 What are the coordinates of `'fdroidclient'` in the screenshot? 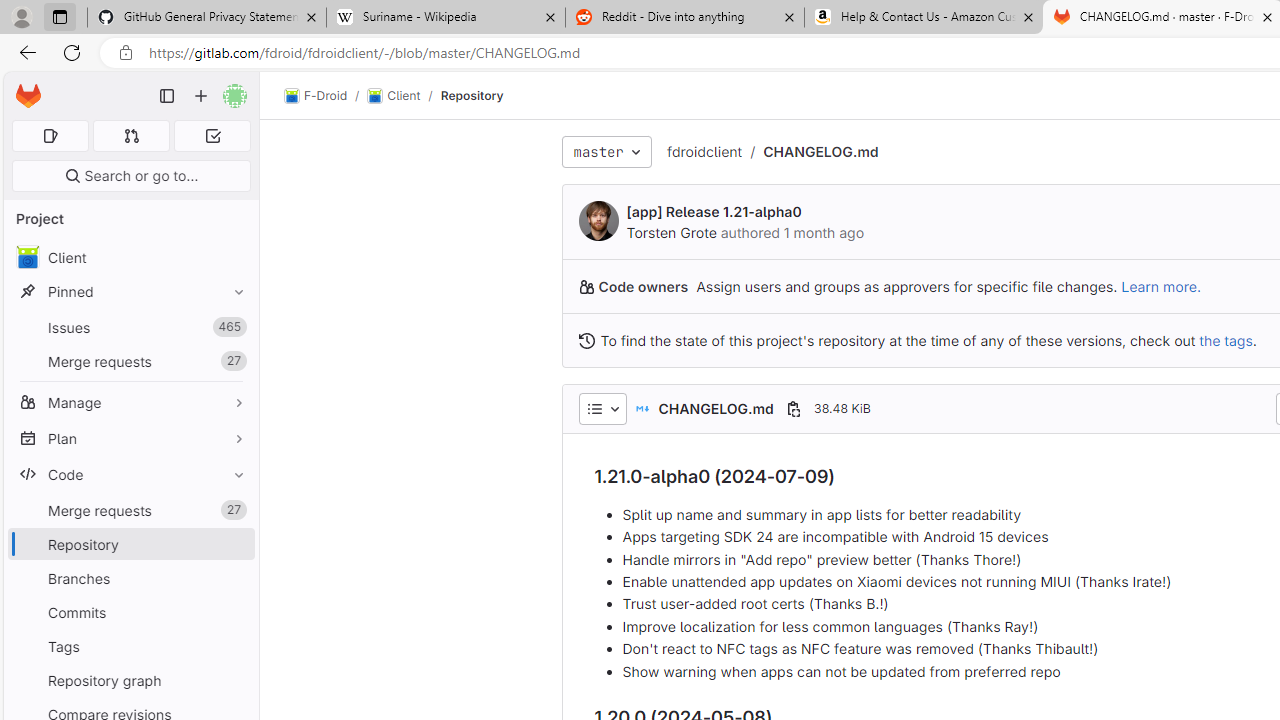 It's located at (704, 150).